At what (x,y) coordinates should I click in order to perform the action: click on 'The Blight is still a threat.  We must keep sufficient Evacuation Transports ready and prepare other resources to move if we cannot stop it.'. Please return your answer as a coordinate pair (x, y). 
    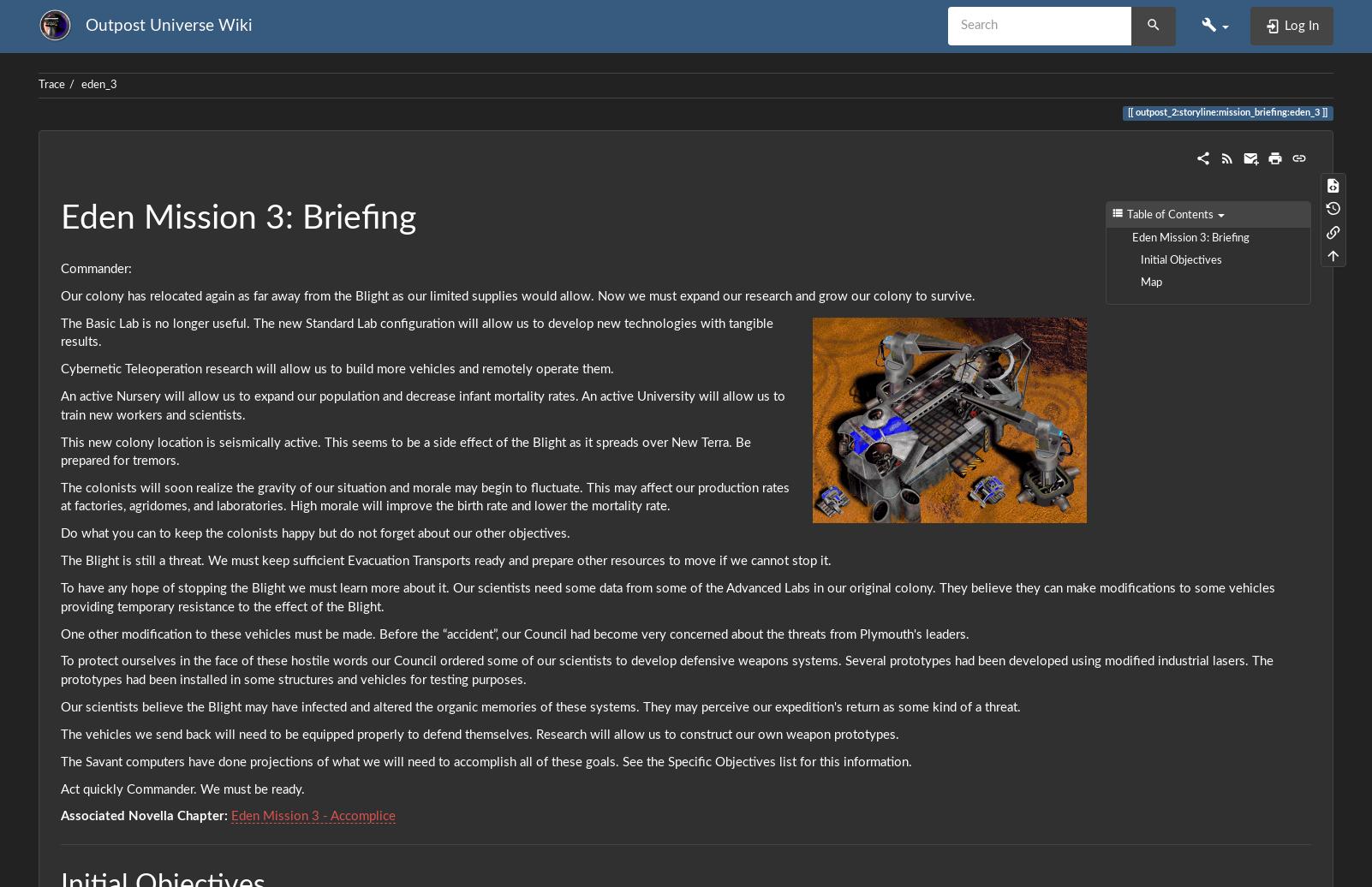
    Looking at the image, I should click on (445, 561).